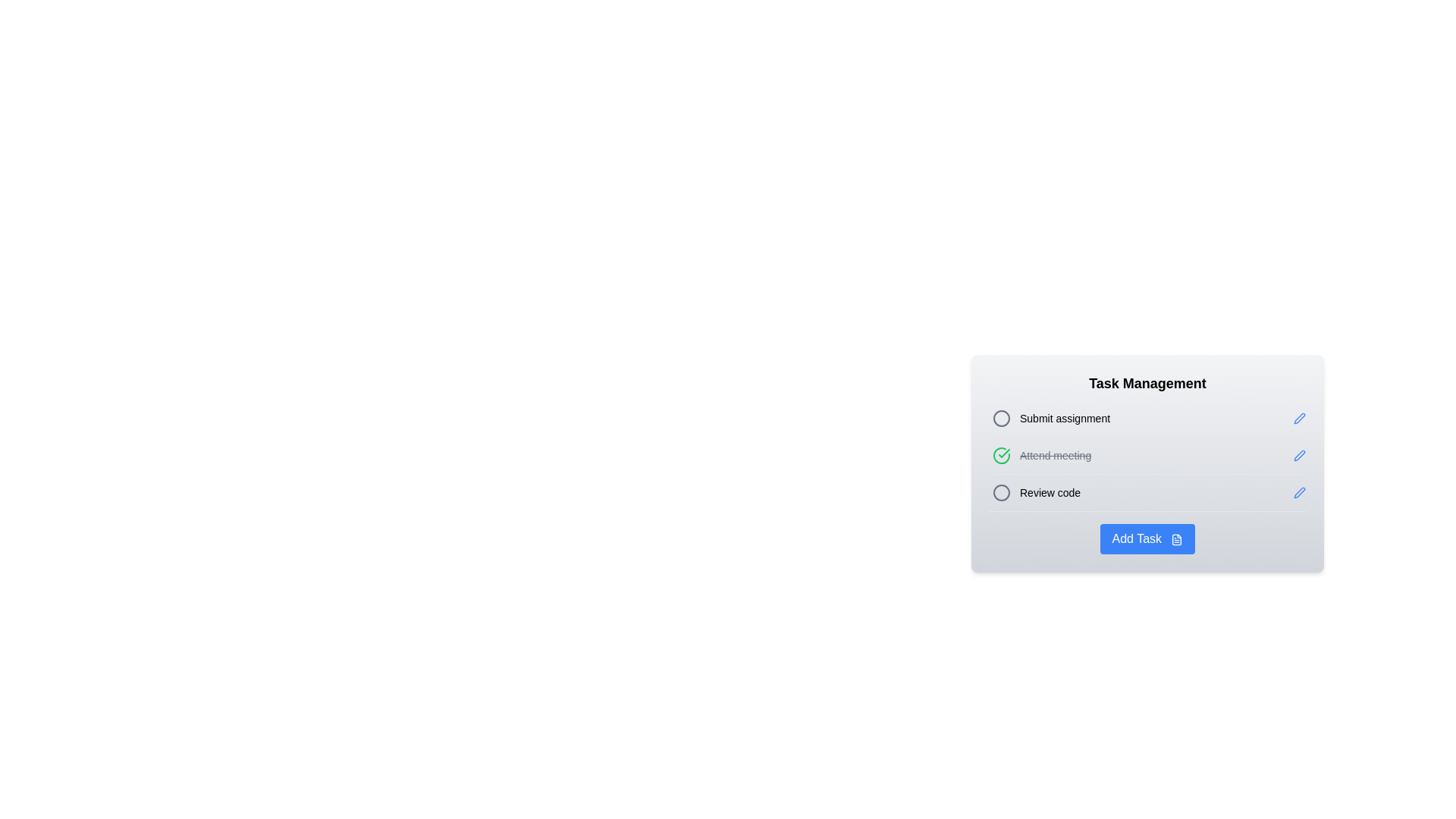 This screenshot has width=1456, height=819. I want to click on the 'Add Task' button located at the bottom of the 'Task Management' panel, so click(1147, 538).